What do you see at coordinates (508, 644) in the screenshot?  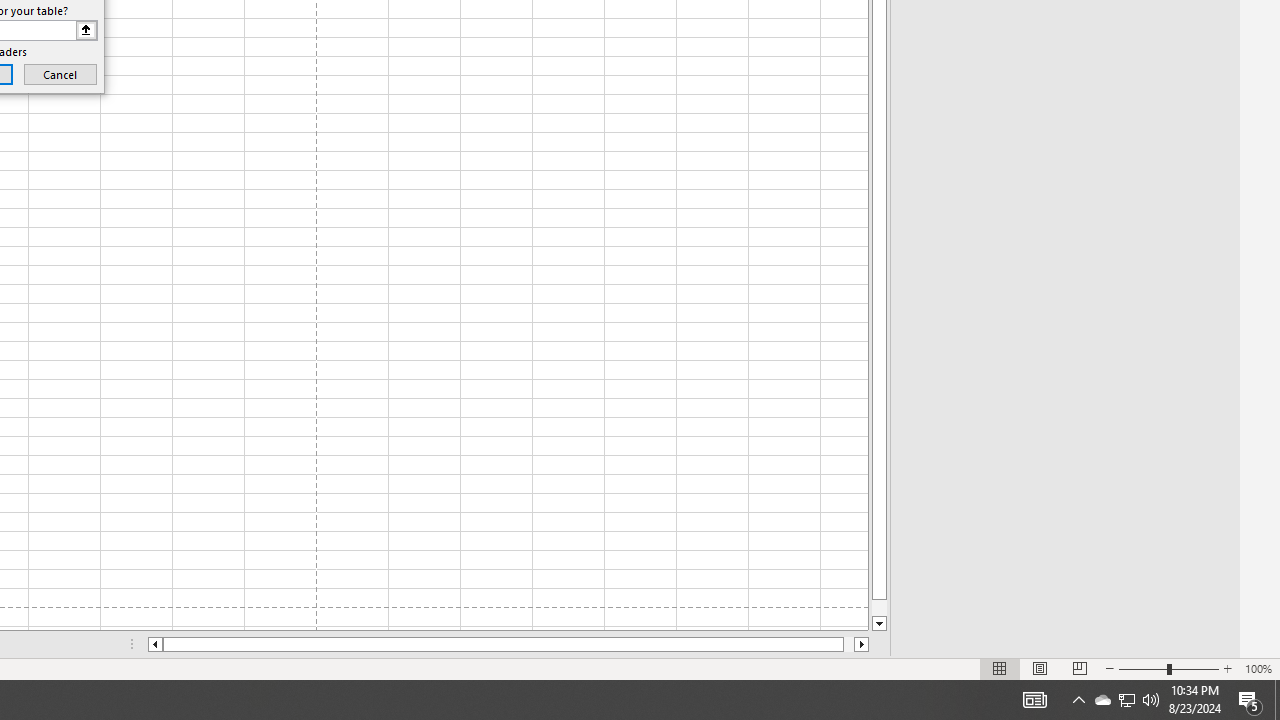 I see `'Class: NetUIScrollBar'` at bounding box center [508, 644].